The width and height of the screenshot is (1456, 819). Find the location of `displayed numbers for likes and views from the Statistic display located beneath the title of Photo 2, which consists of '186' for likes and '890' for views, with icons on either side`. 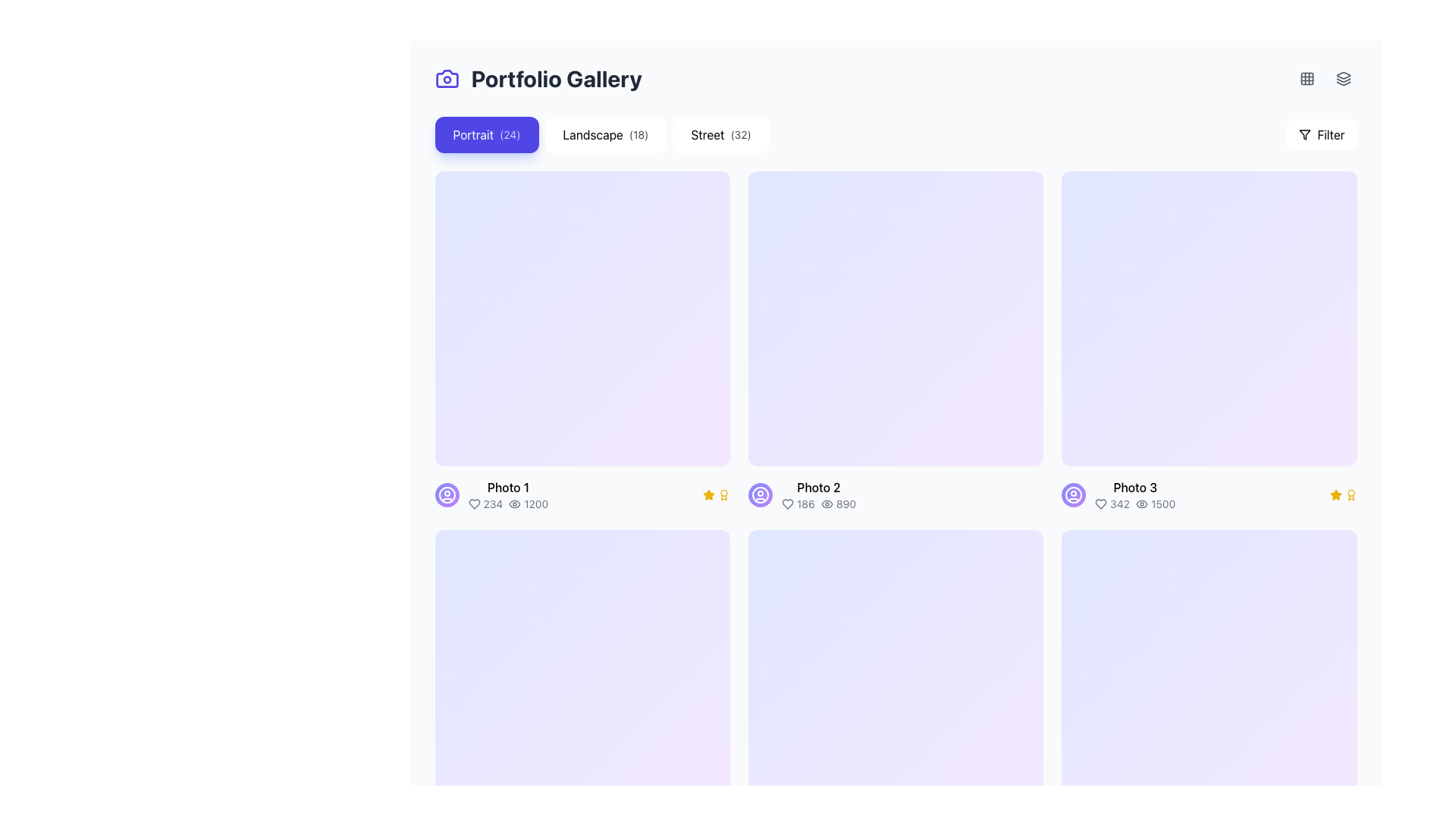

displayed numbers for likes and views from the Statistic display located beneath the title of Photo 2, which consists of '186' for likes and '890' for views, with icons on either side is located at coordinates (817, 504).